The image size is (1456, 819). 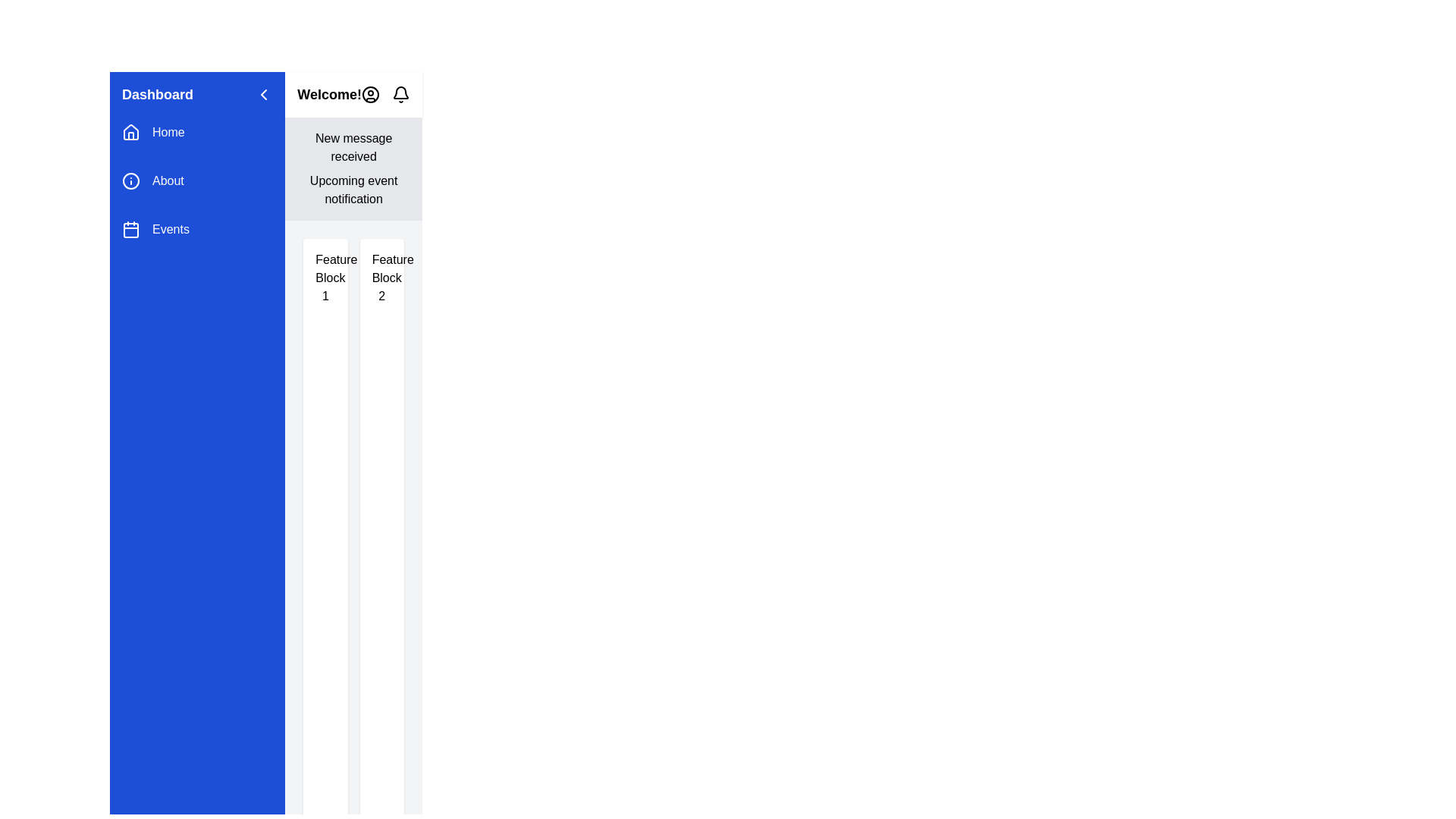 I want to click on the 'About' button in the vertical menu, so click(x=196, y=180).